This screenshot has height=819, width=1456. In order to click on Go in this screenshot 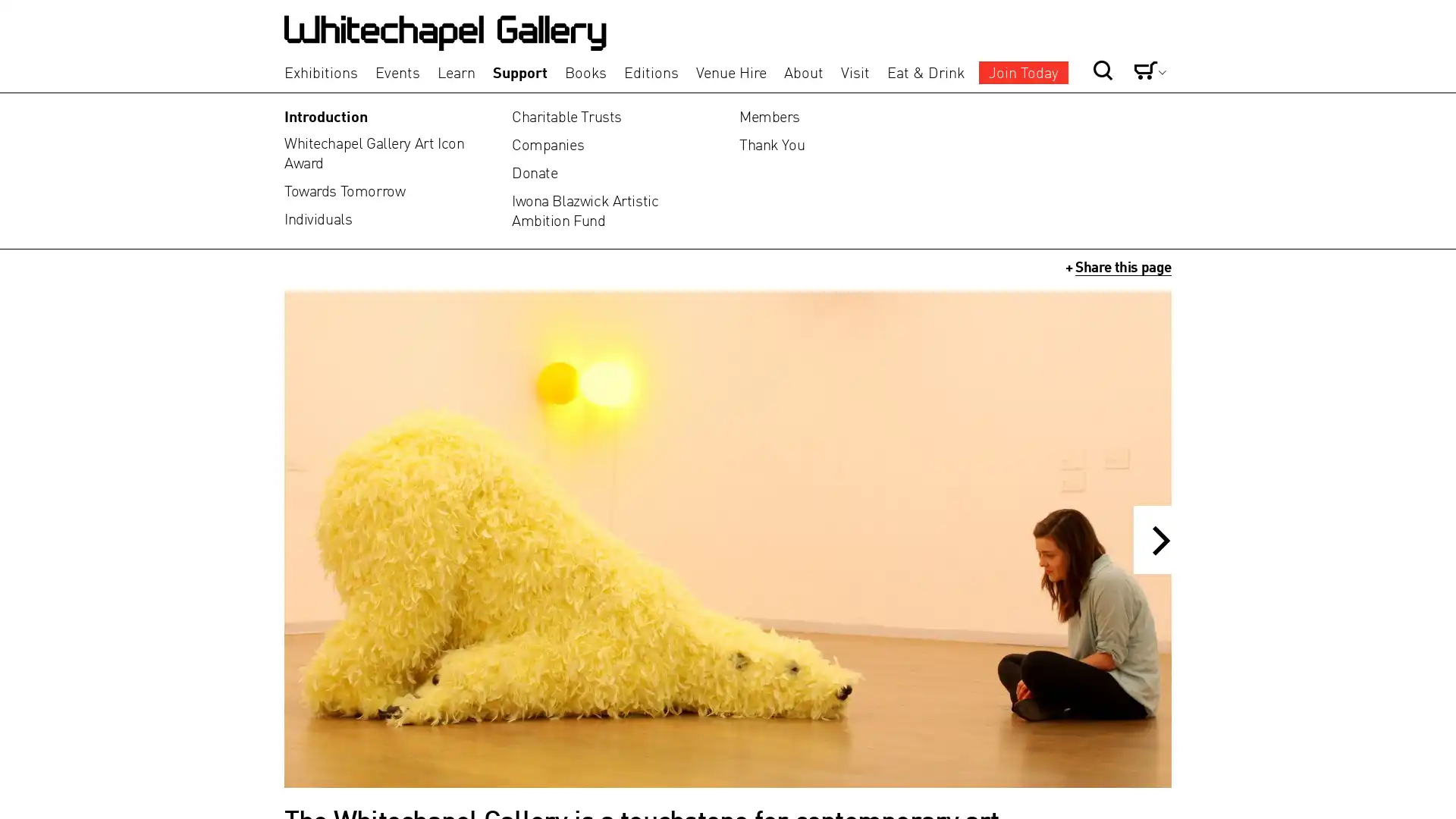, I will do `click(1051, 44)`.